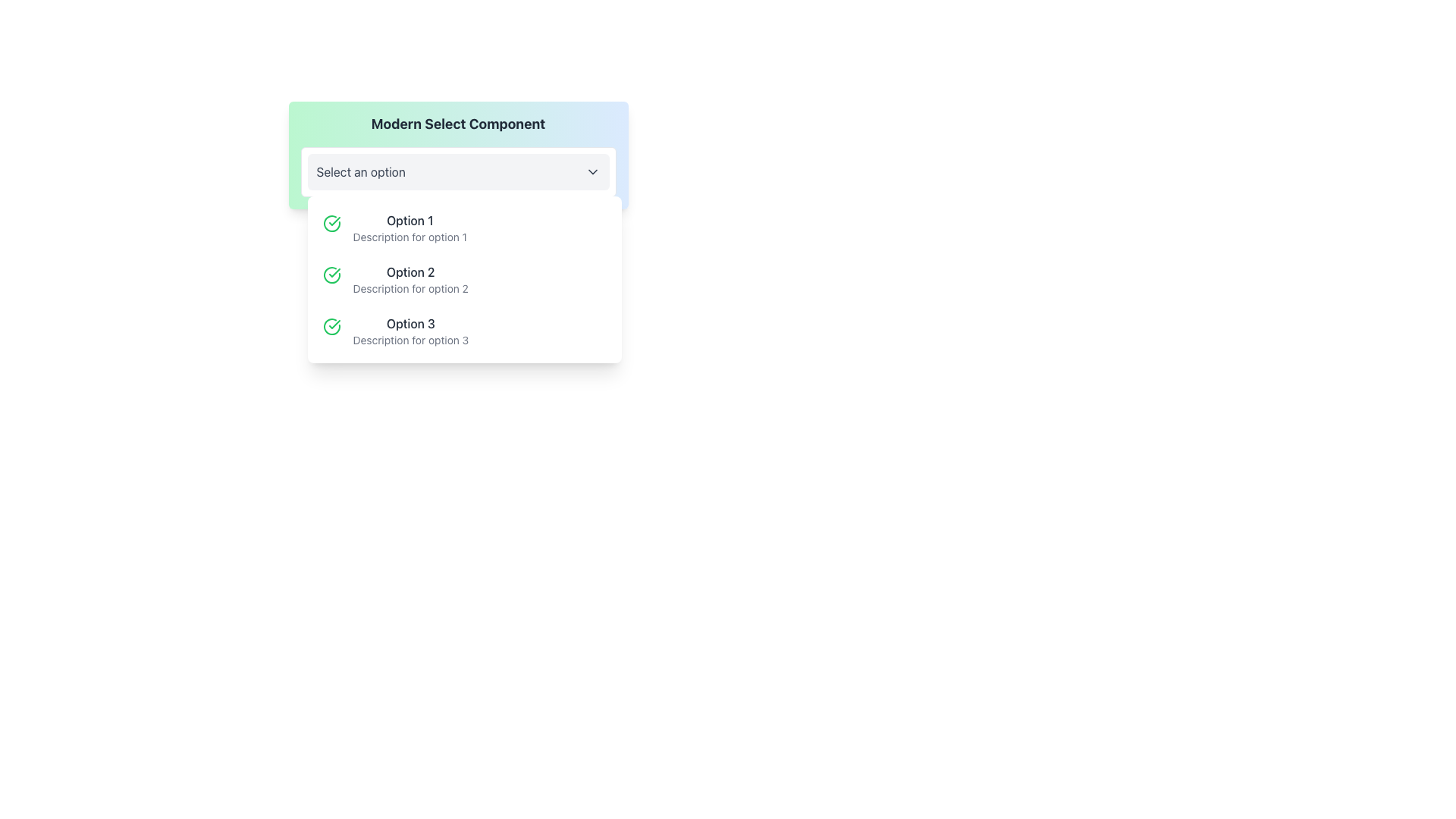 The height and width of the screenshot is (819, 1456). Describe the element at coordinates (463, 330) in the screenshot. I see `the third item in the dropdown menu labeled 'Modern Select Component' by clicking on 'Option 3' which has a green checkmark icon to the left` at that location.